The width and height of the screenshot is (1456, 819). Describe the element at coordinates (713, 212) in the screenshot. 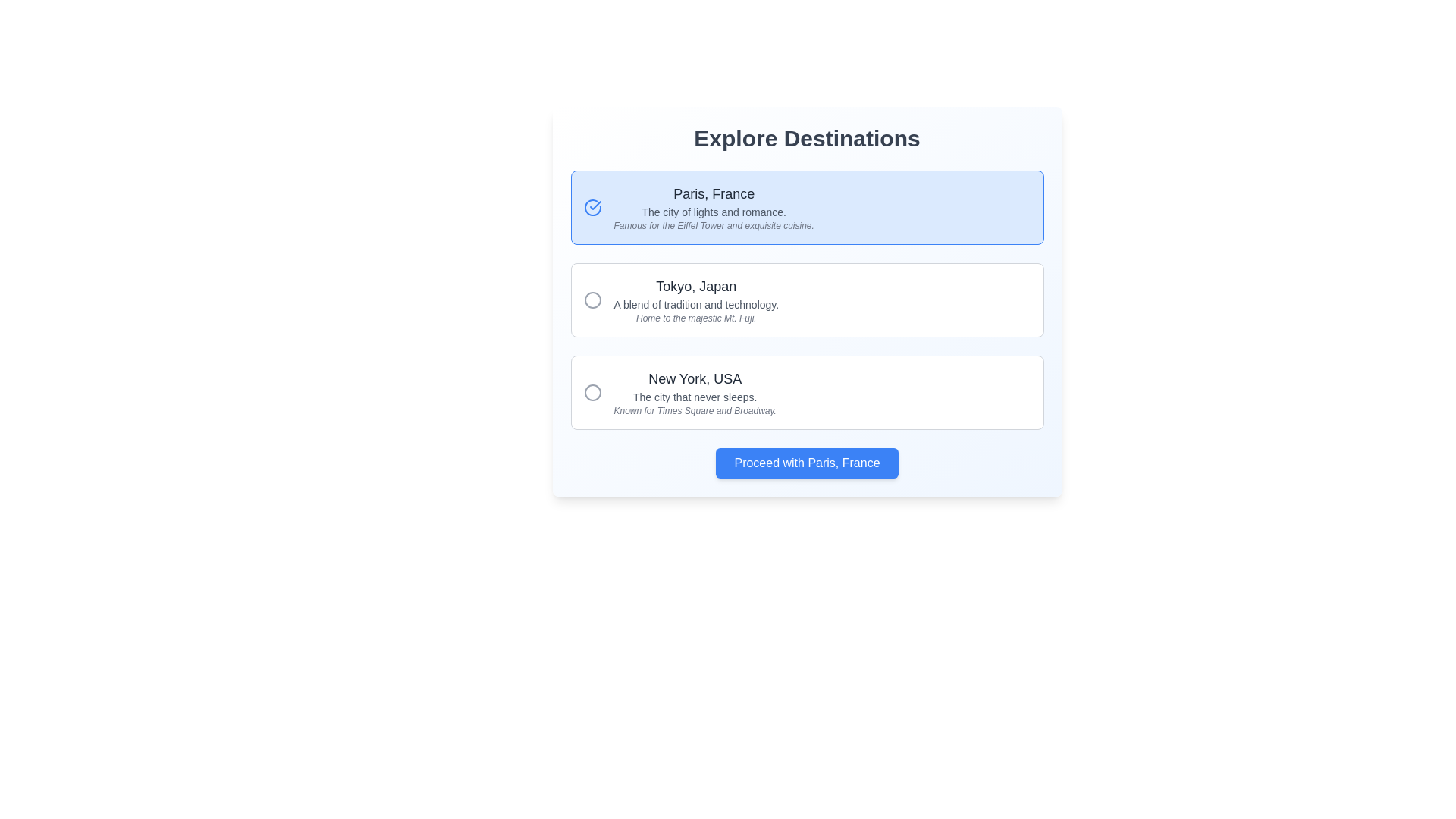

I see `the static text stating 'The city of lights and romance', which is located beneath the 'Paris, France' headline in the option card` at that location.